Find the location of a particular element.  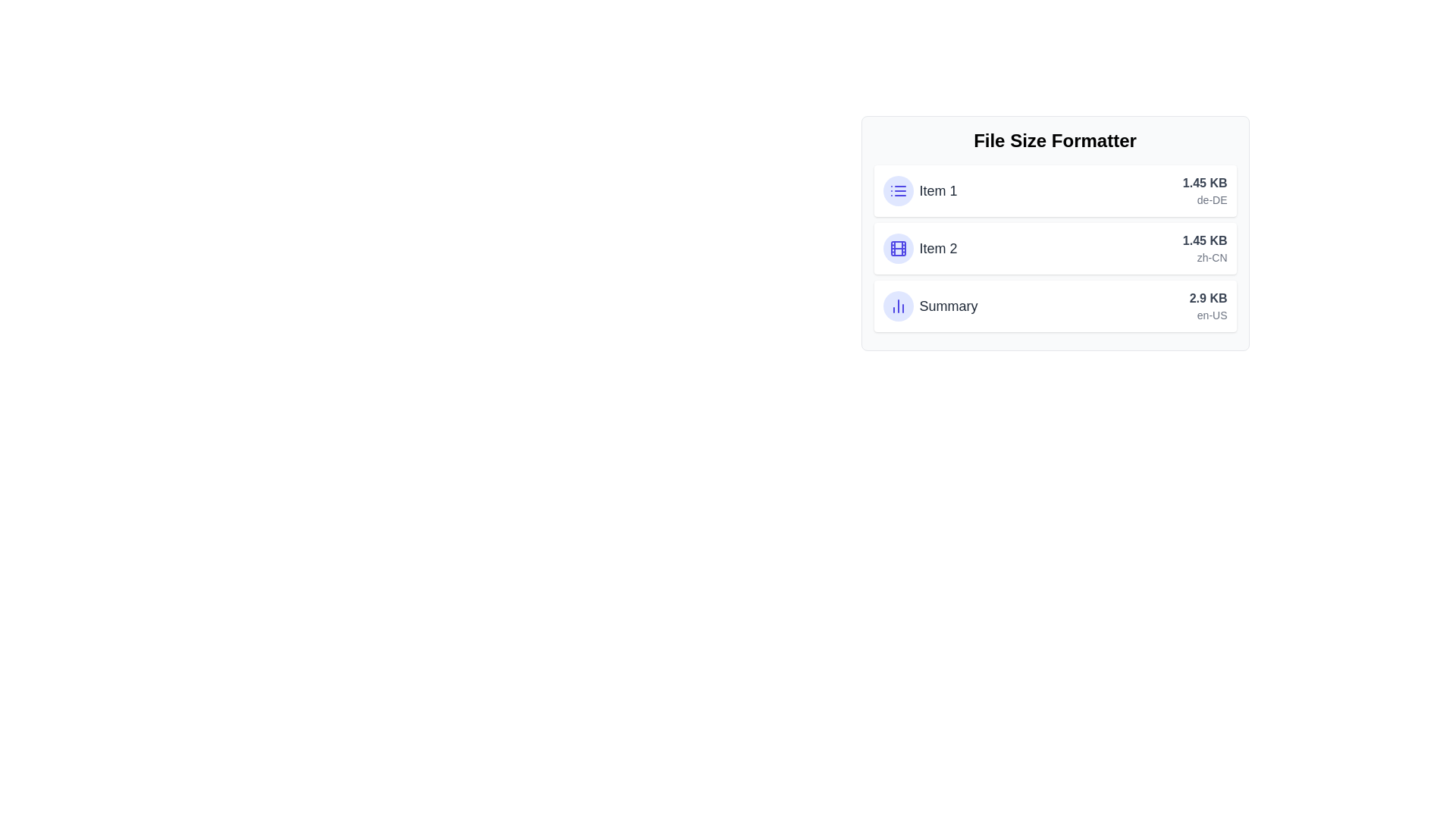

the text label displaying 'zh-CN', which is a small gray text label located beneath '1.45 KB' in the bottom-right section of the 'Item 2' row is located at coordinates (1204, 256).